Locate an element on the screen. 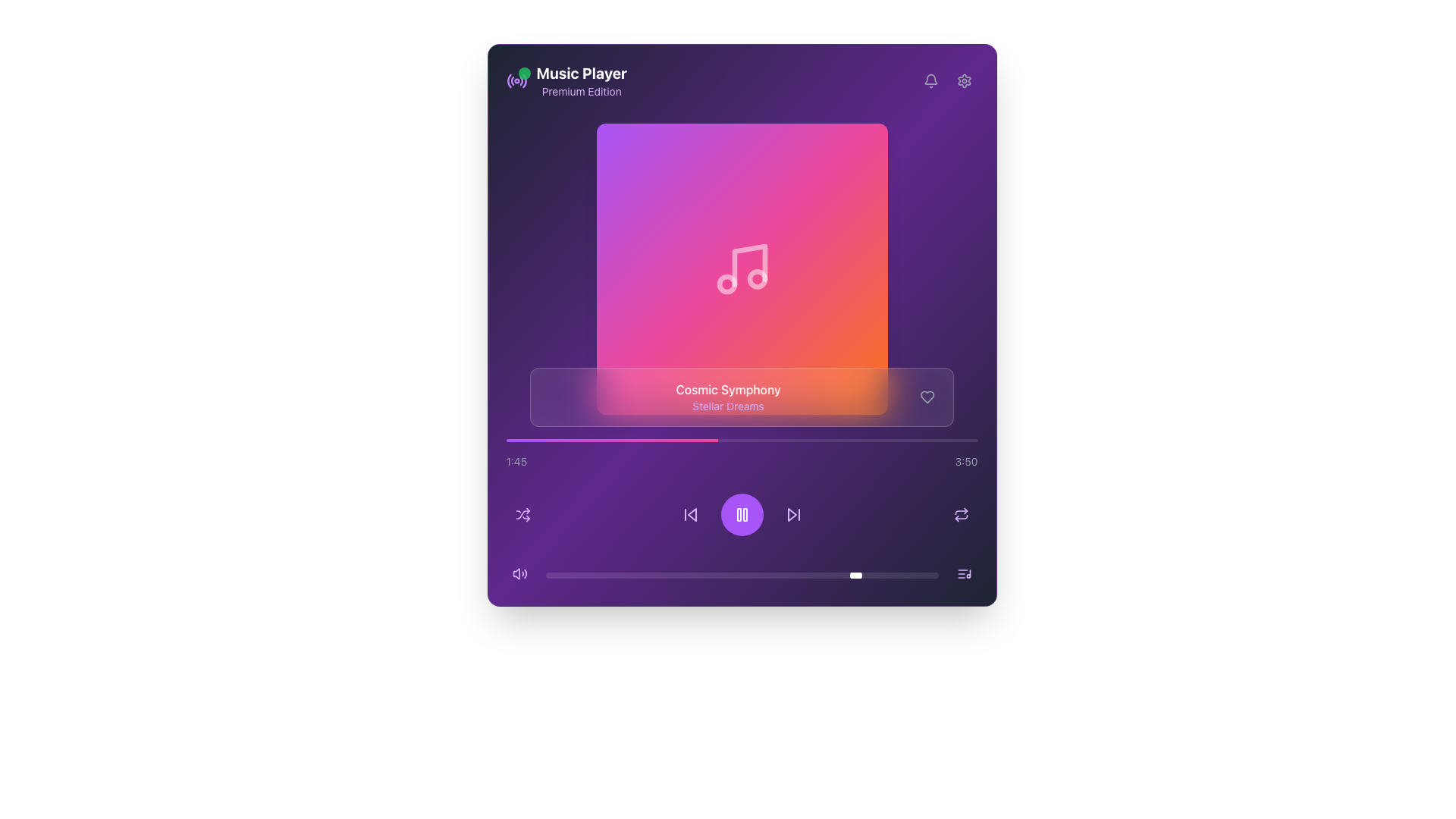 This screenshot has width=1456, height=819. the Text Display Component that serves as the title and label for the music player interface, located in the top-left corner of the interface is located at coordinates (581, 81).